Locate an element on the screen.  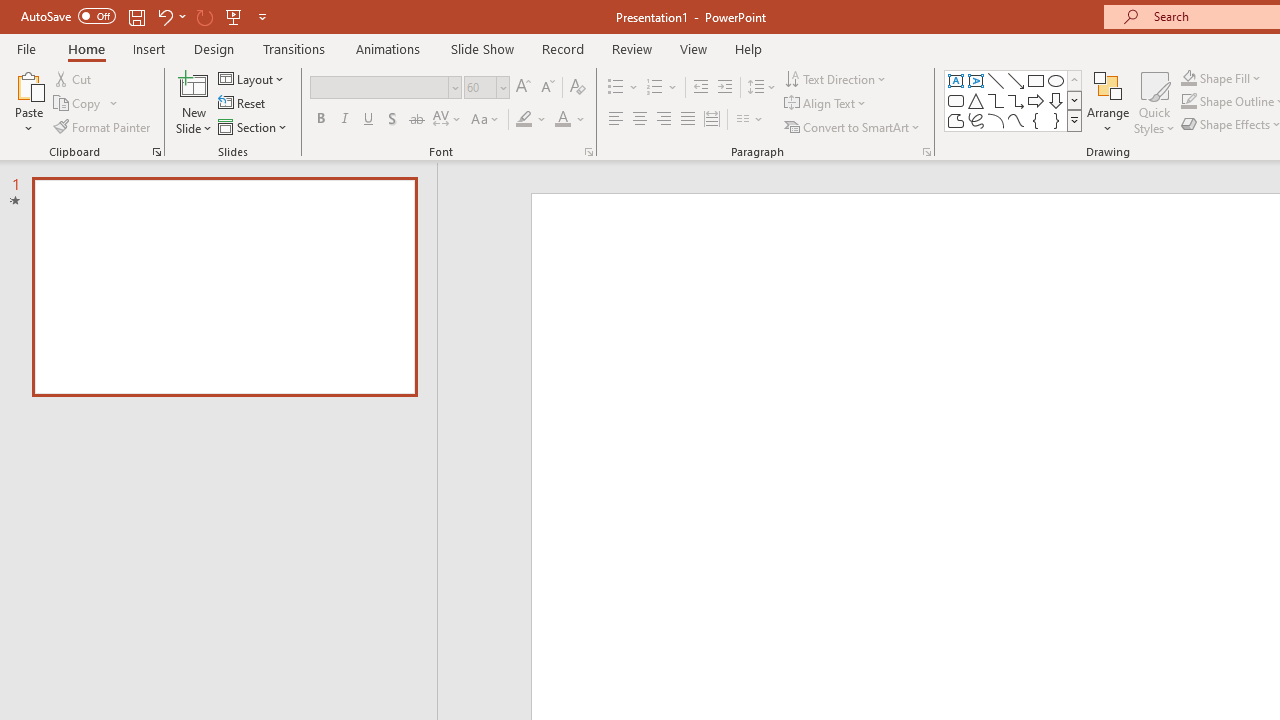
'Reset' is located at coordinates (242, 103).